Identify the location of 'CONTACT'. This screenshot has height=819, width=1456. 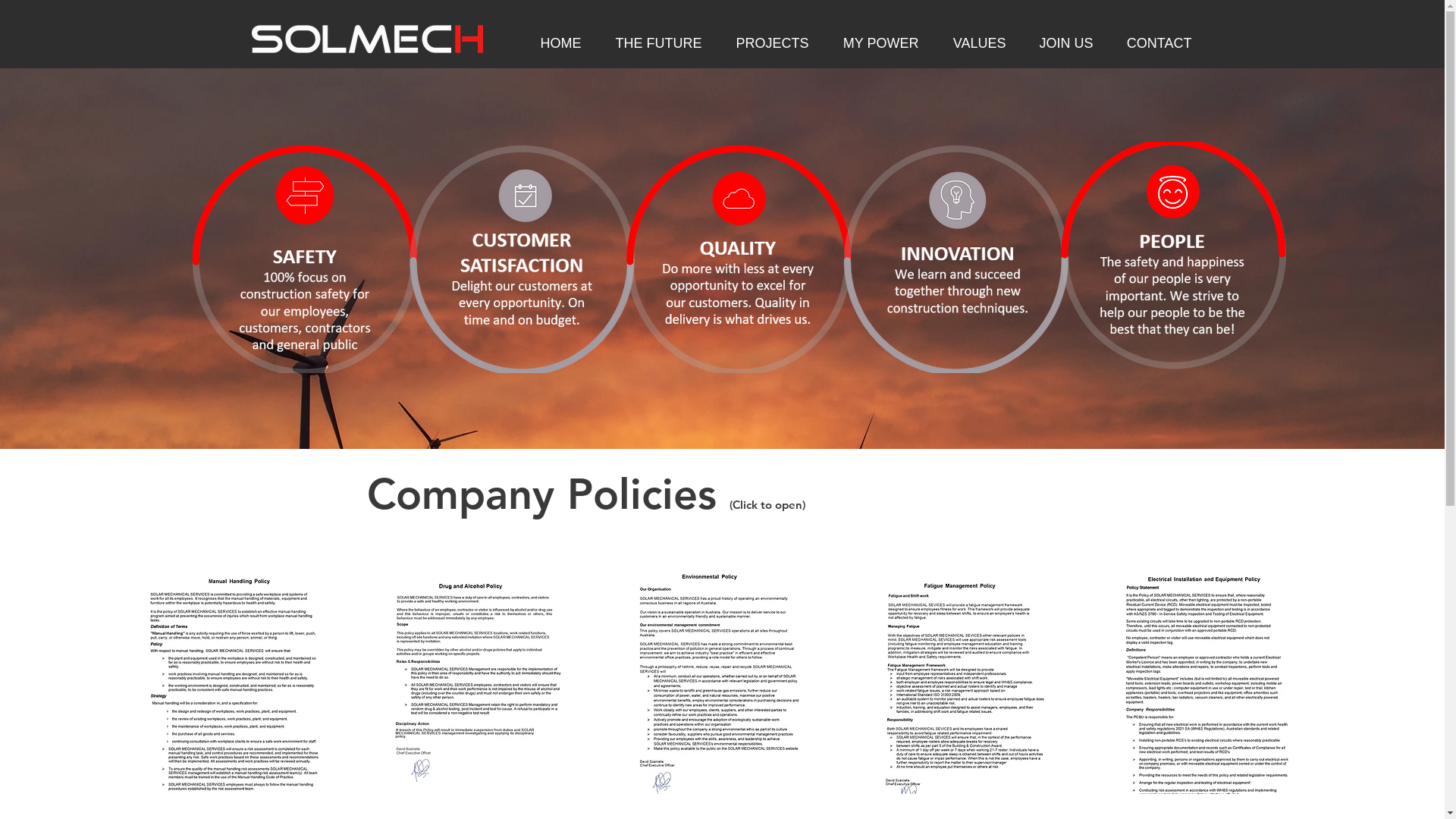
(1153, 42).